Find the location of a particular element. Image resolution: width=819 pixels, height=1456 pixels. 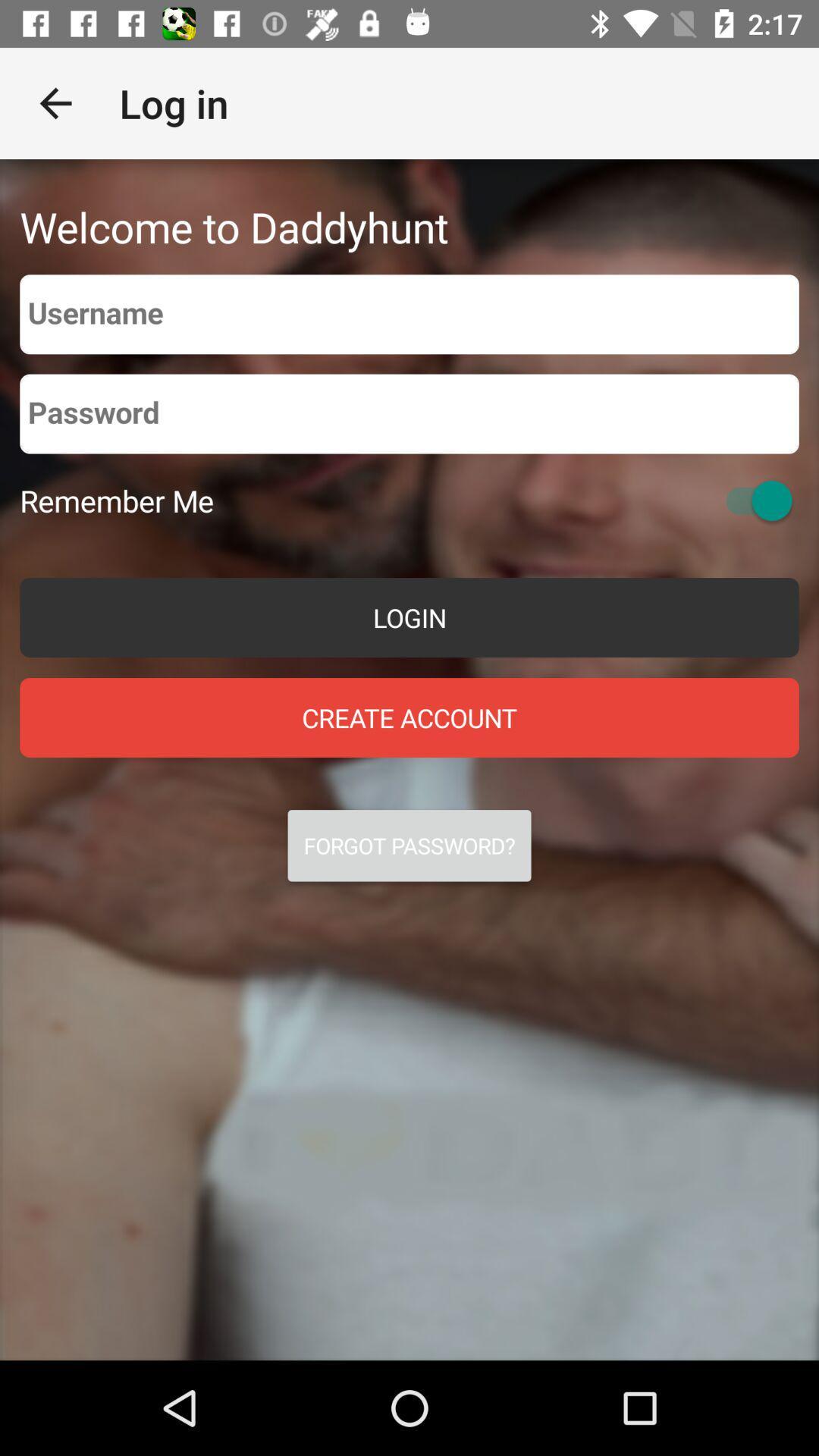

the create account is located at coordinates (409, 717).